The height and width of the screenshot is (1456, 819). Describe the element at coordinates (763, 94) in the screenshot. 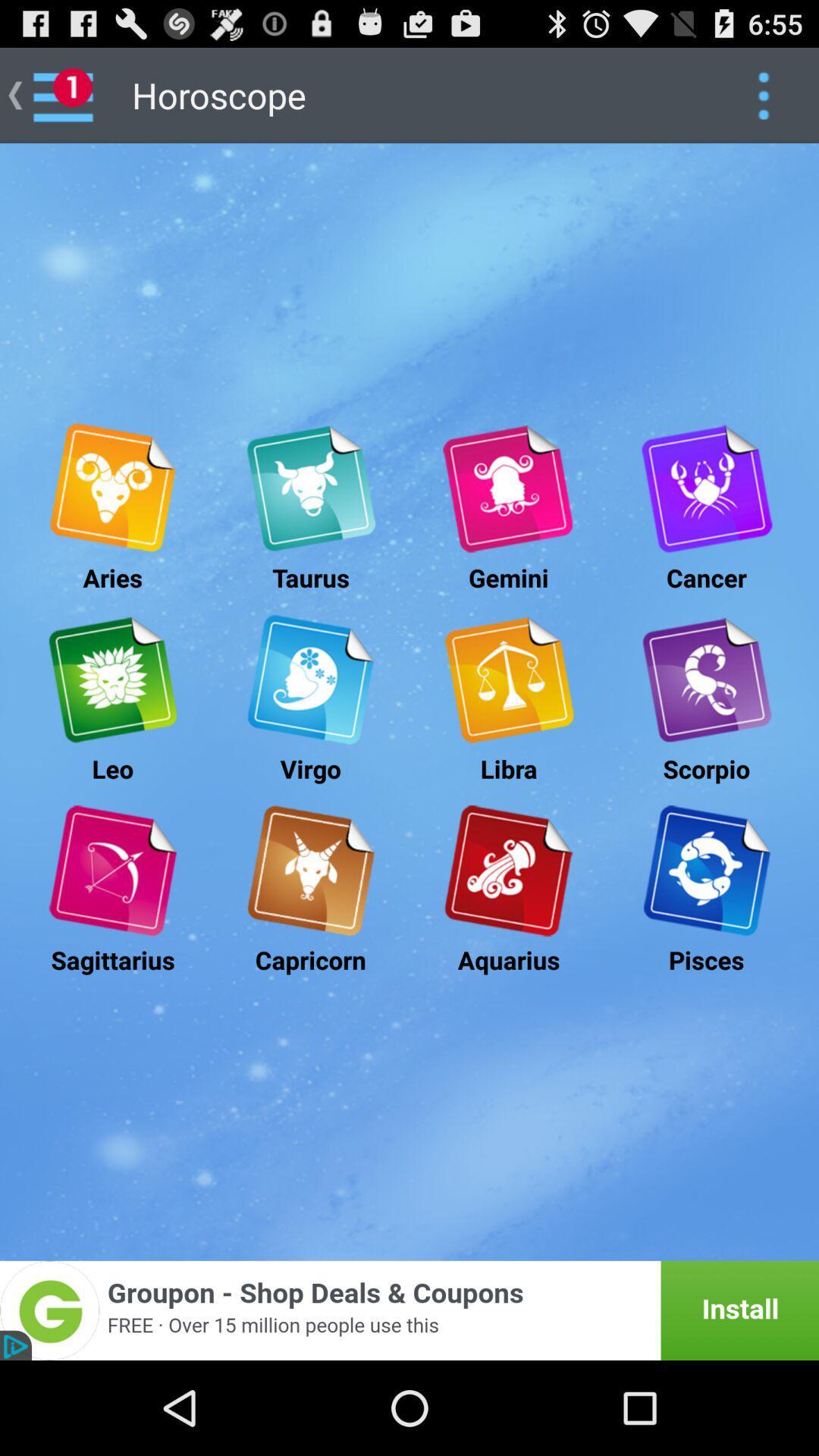

I see `app option` at that location.